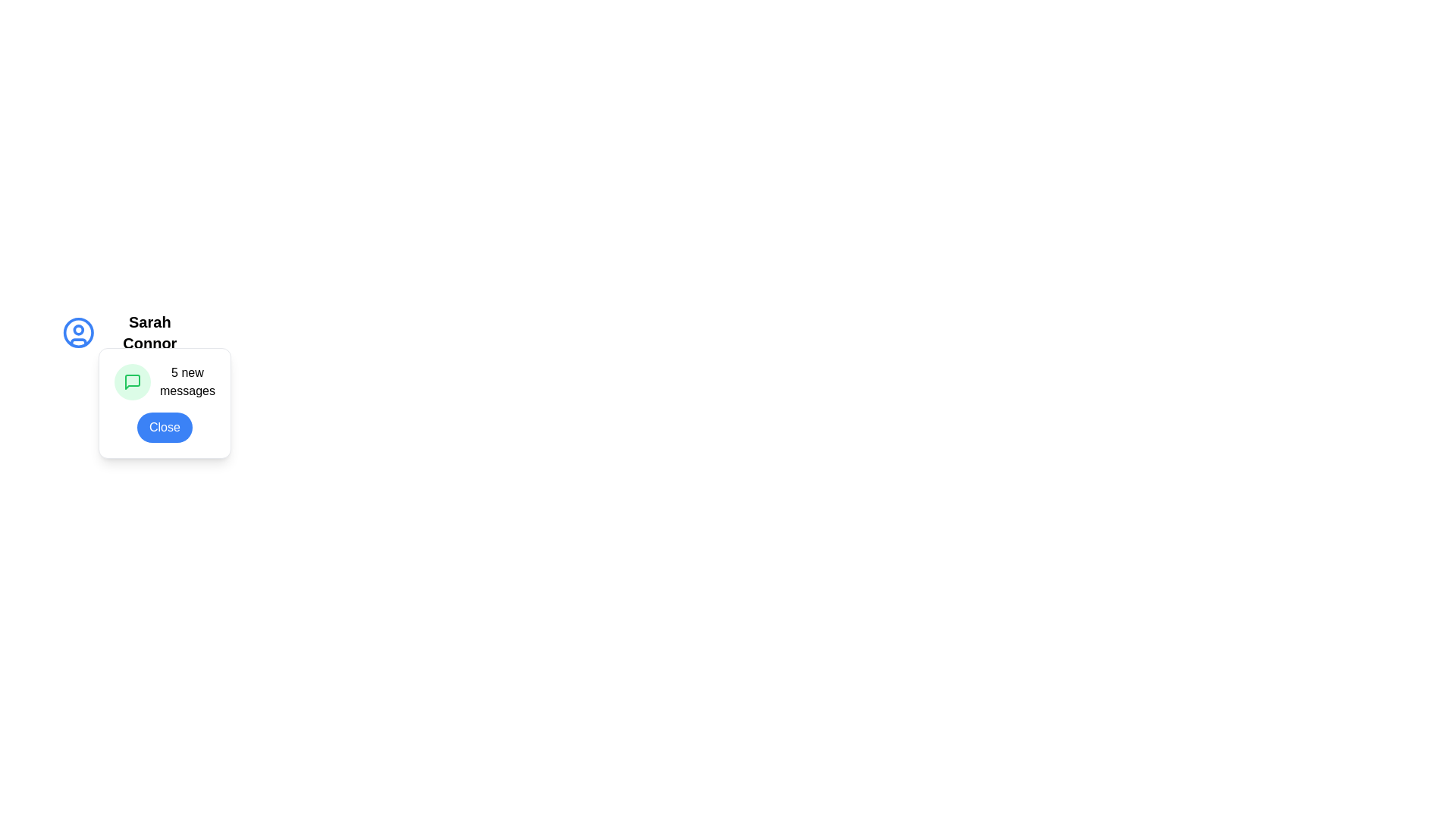 The width and height of the screenshot is (1456, 819). I want to click on the static text label indicating unread messages, which is located next to the green bubble icon and above the 'Close' button in the notification dialog, so click(187, 381).